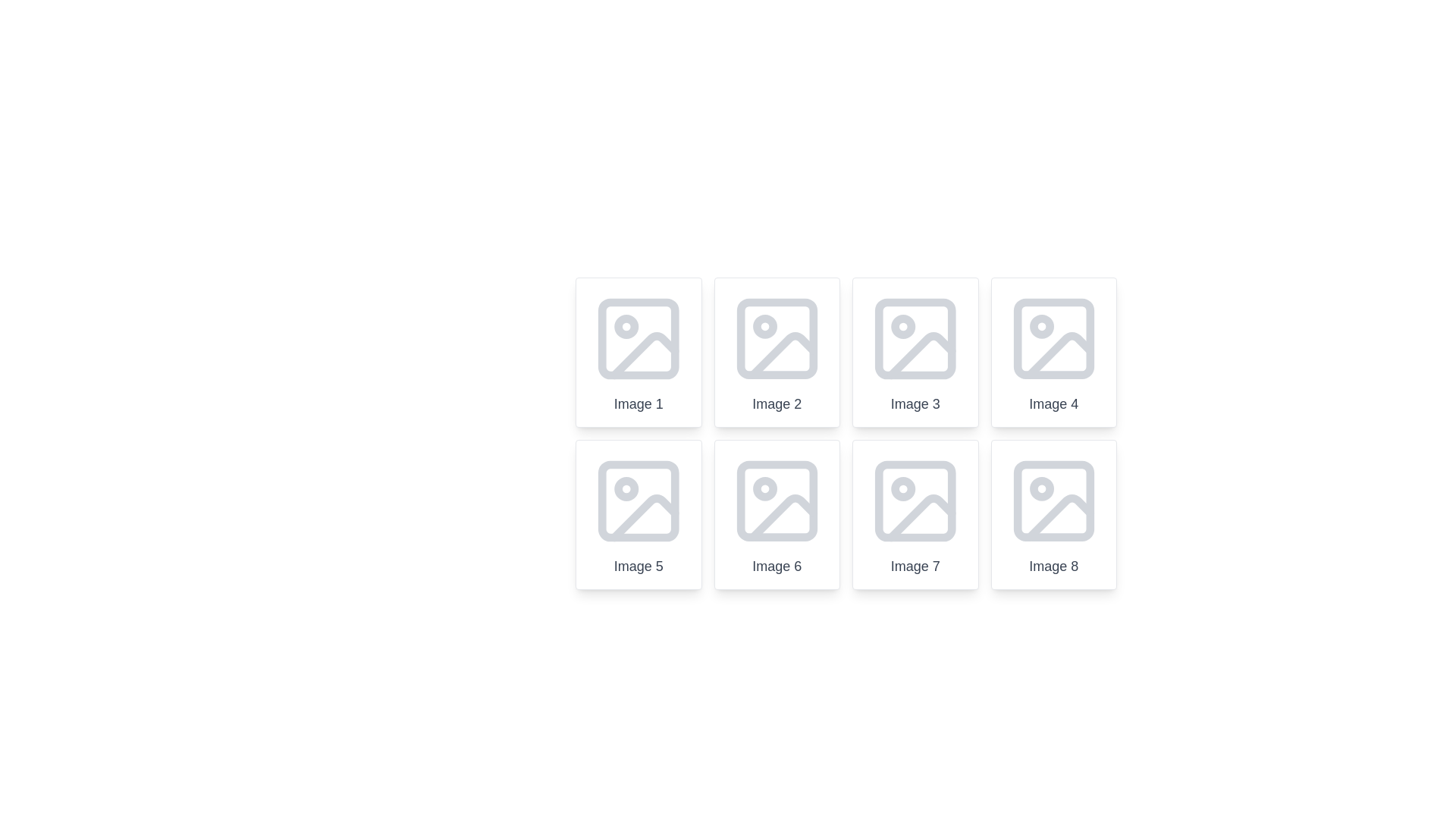 This screenshot has width=1456, height=819. What do you see at coordinates (915, 338) in the screenshot?
I see `the SVG icon representing 'Image 3' located in the first row of a grid layout of image placeholders` at bounding box center [915, 338].